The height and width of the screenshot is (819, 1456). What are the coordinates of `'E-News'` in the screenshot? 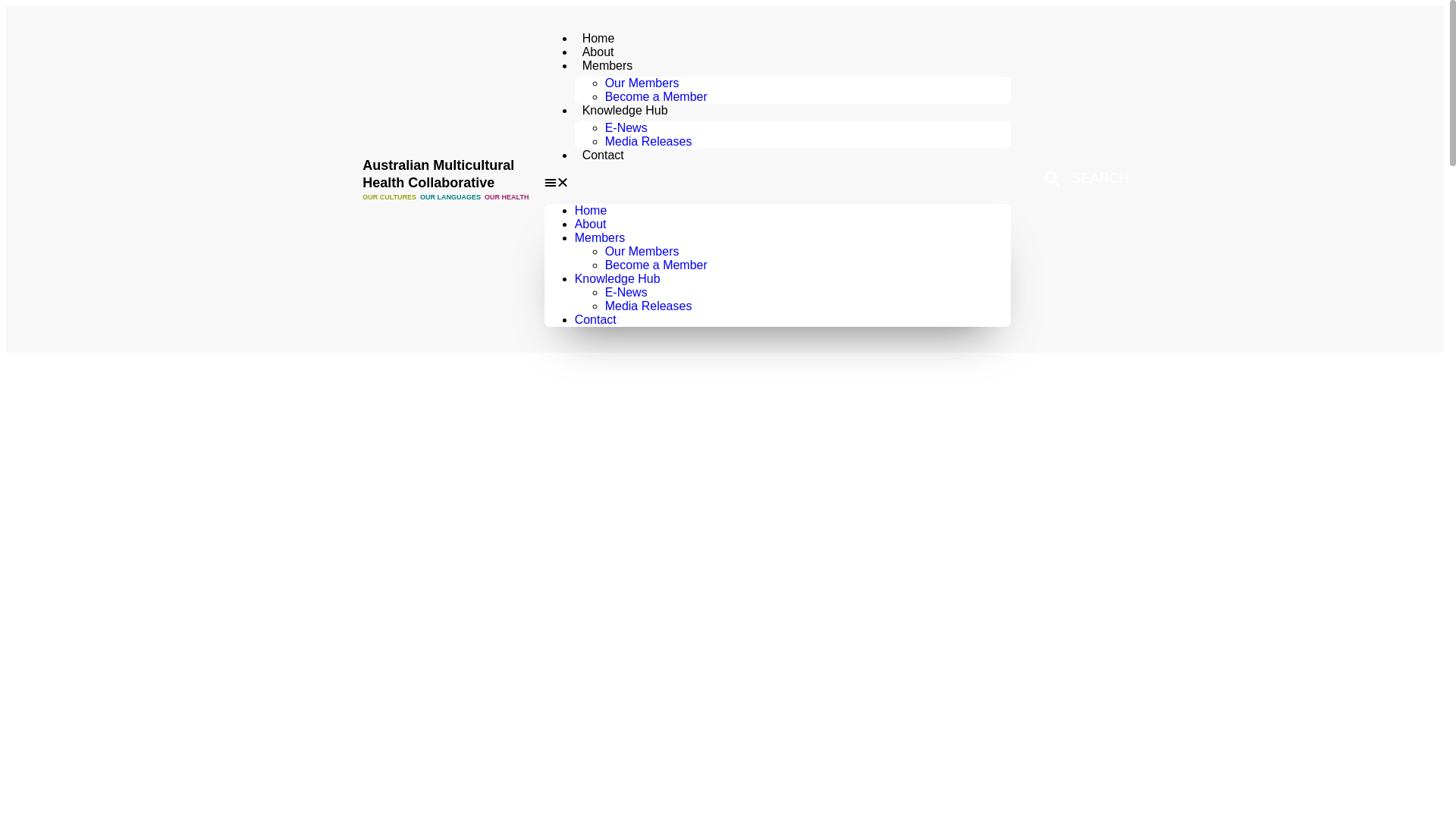 It's located at (626, 127).